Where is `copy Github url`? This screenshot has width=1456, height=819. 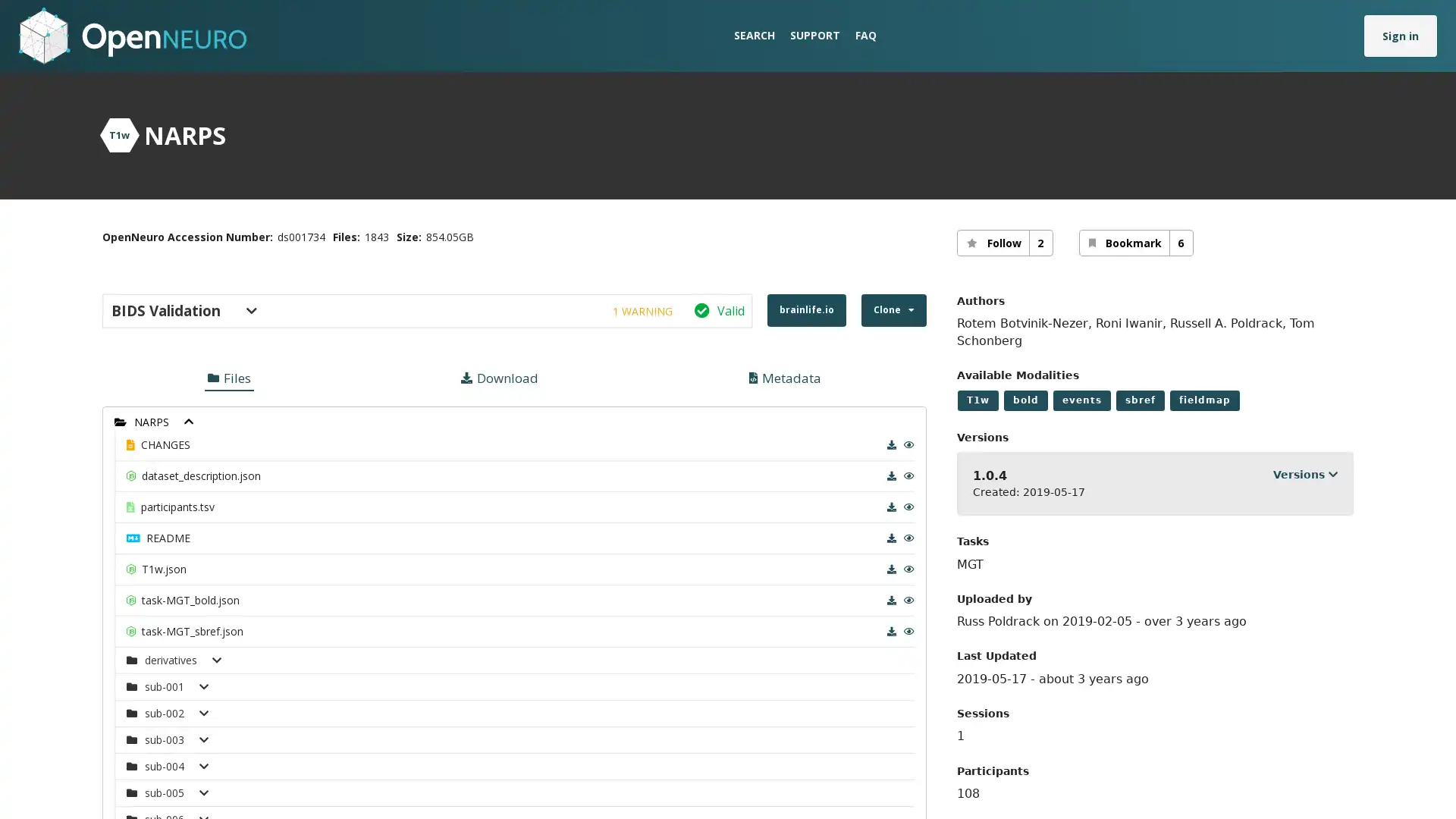 copy Github url is located at coordinates (645, 383).